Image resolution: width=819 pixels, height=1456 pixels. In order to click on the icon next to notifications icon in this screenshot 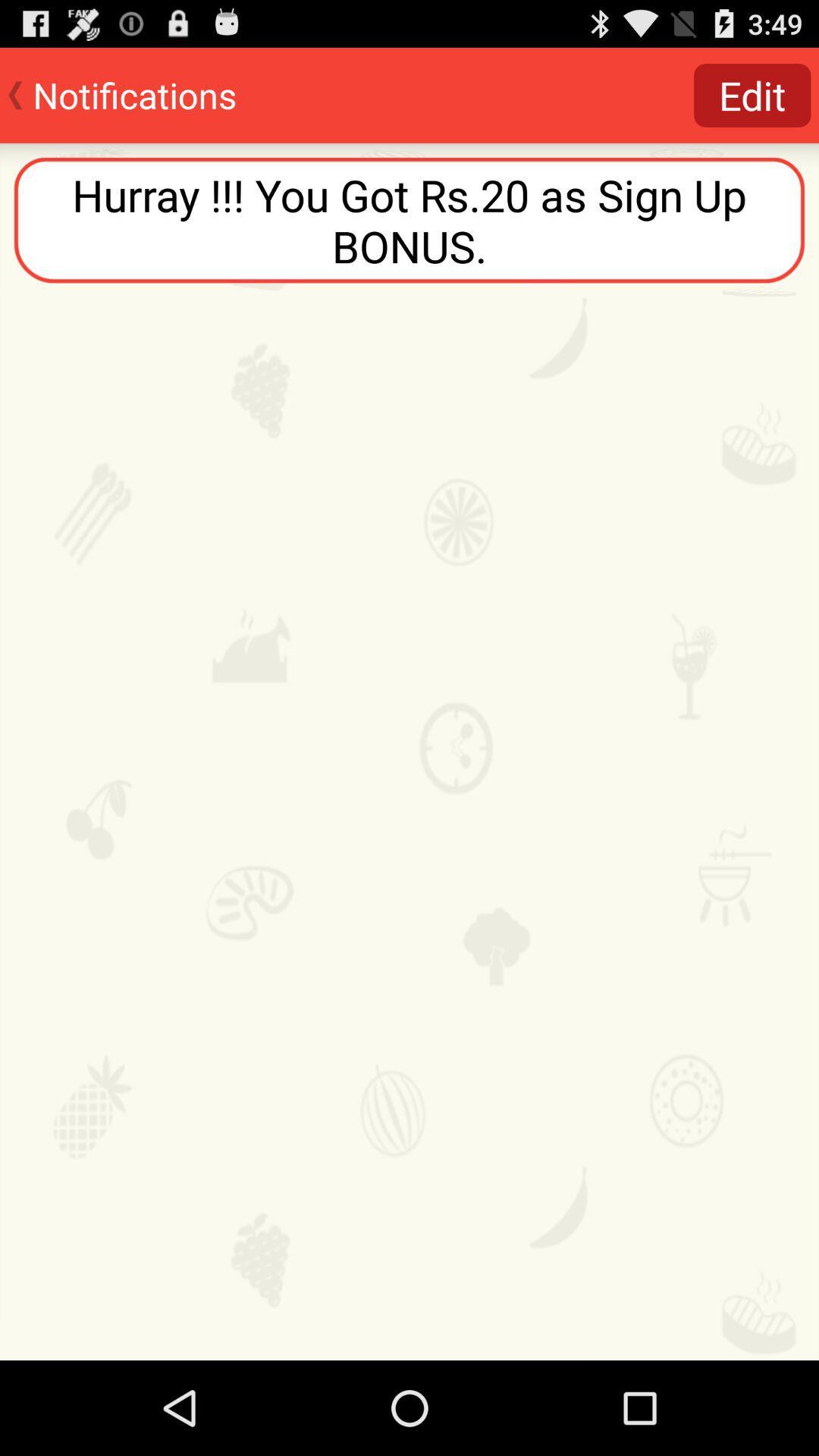, I will do `click(752, 94)`.